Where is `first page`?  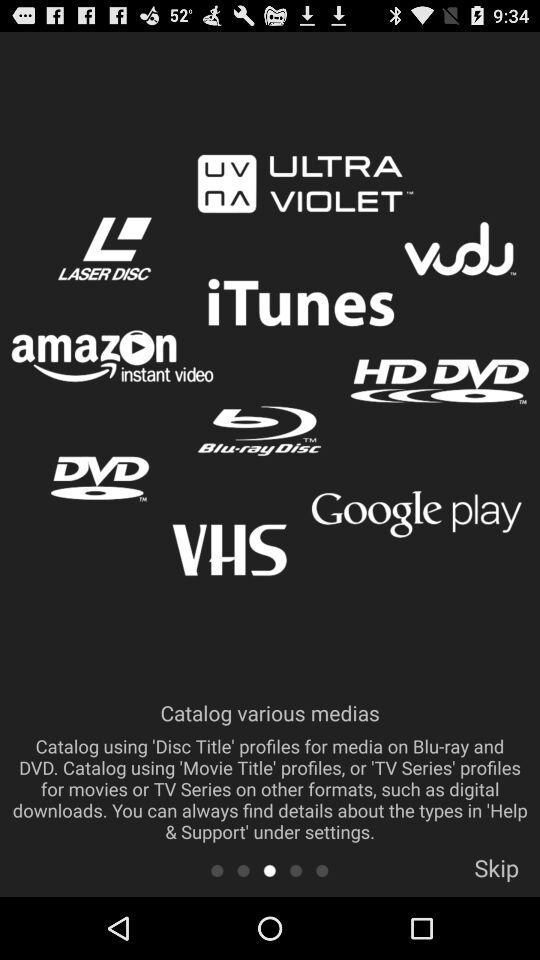 first page is located at coordinates (216, 869).